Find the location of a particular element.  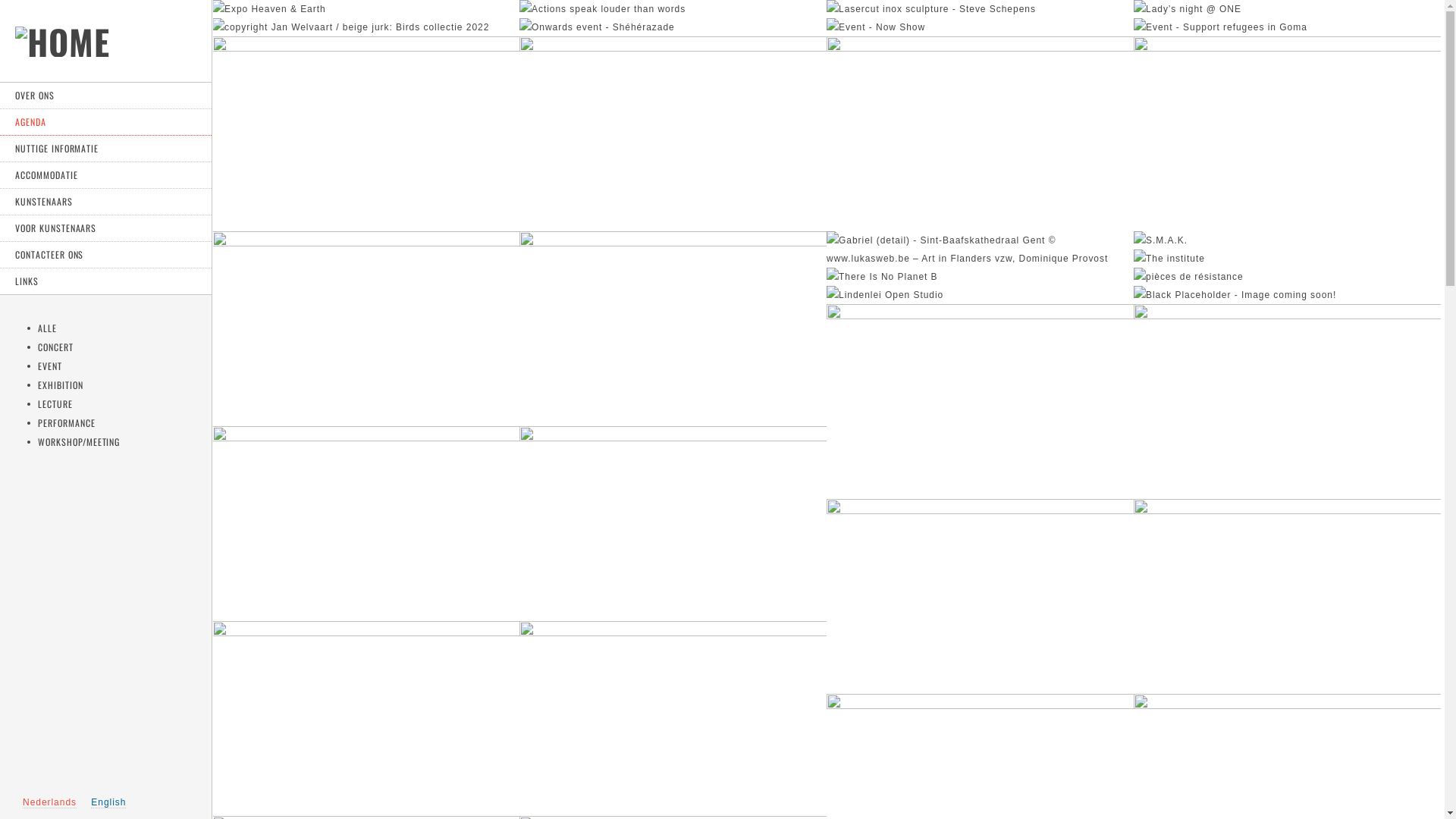

'Nederlands' is located at coordinates (22, 802).